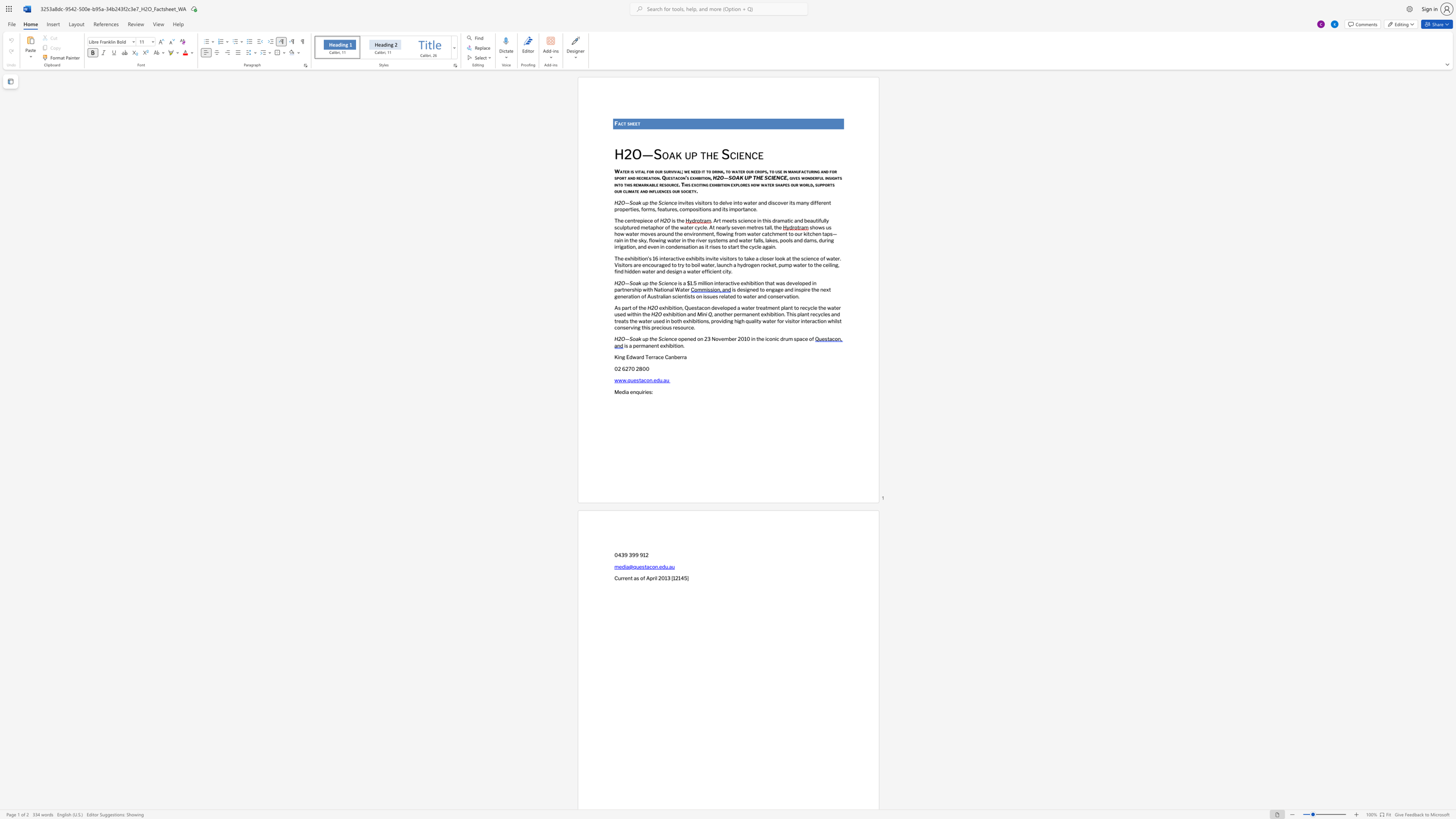  What do you see at coordinates (635, 368) in the screenshot?
I see `the subset text "28" within the text "02 6270 2800"` at bounding box center [635, 368].